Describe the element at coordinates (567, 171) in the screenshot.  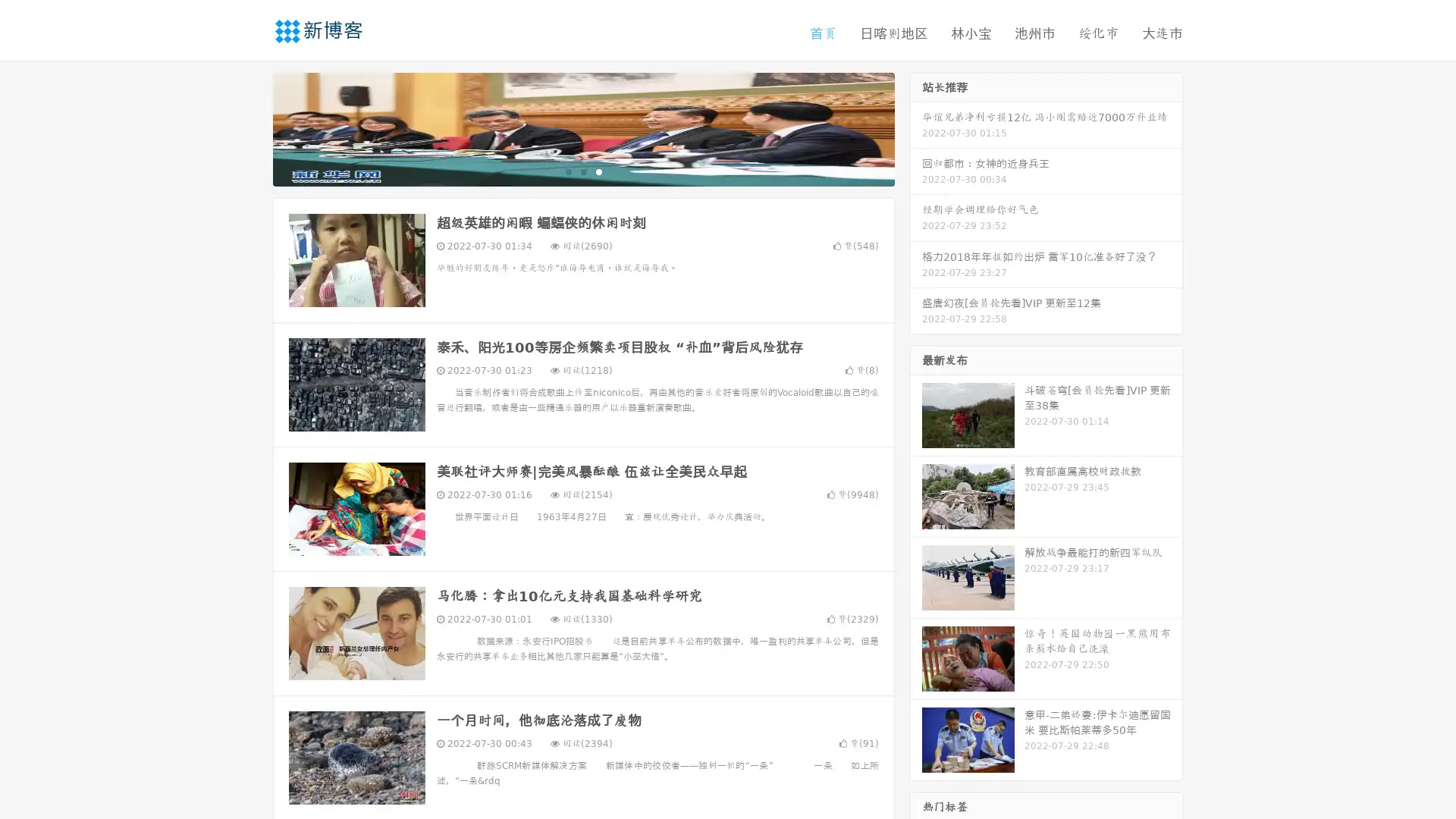
I see `Go to slide 1` at that location.